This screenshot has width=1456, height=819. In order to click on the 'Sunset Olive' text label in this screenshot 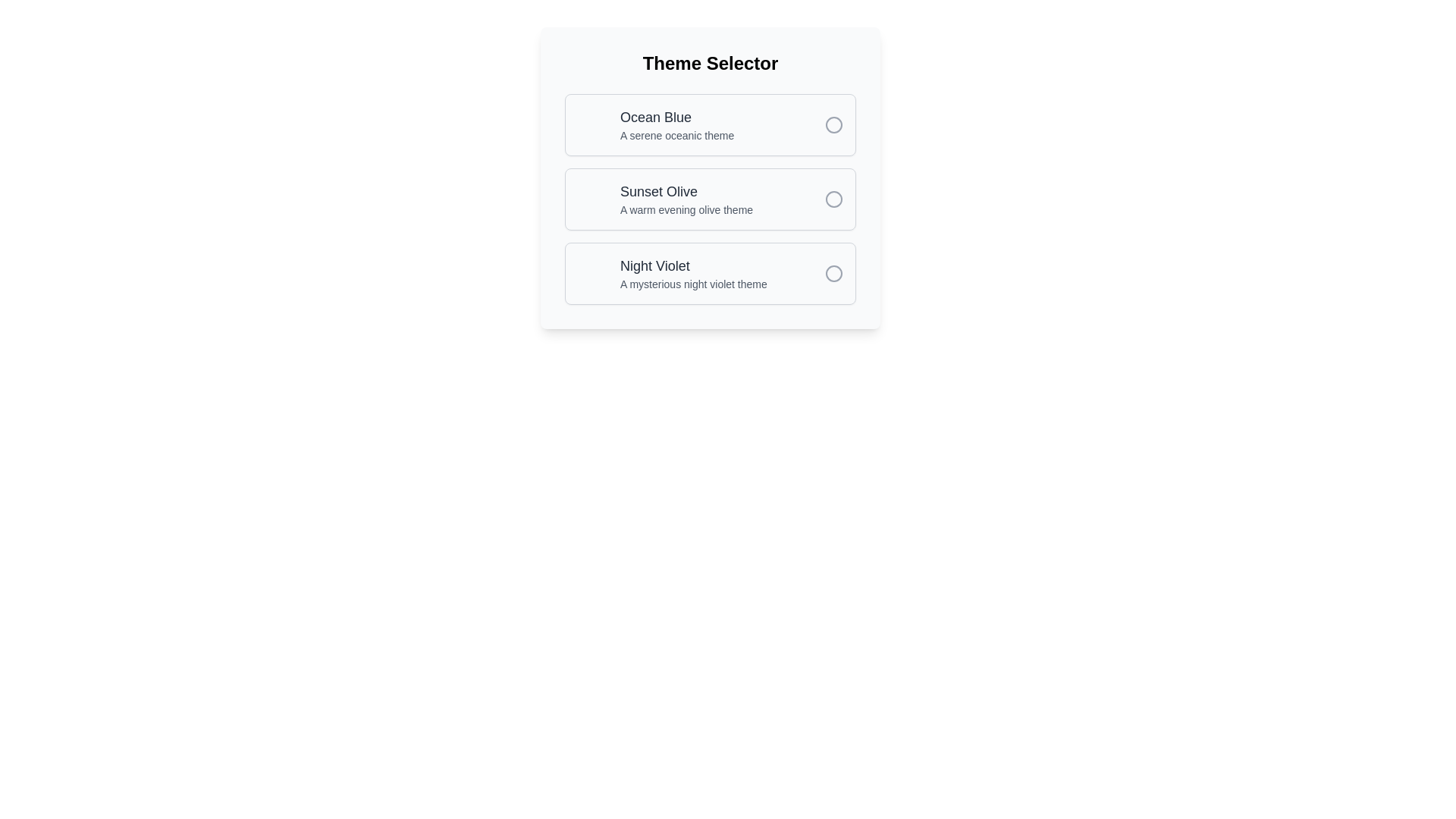, I will do `click(686, 191)`.